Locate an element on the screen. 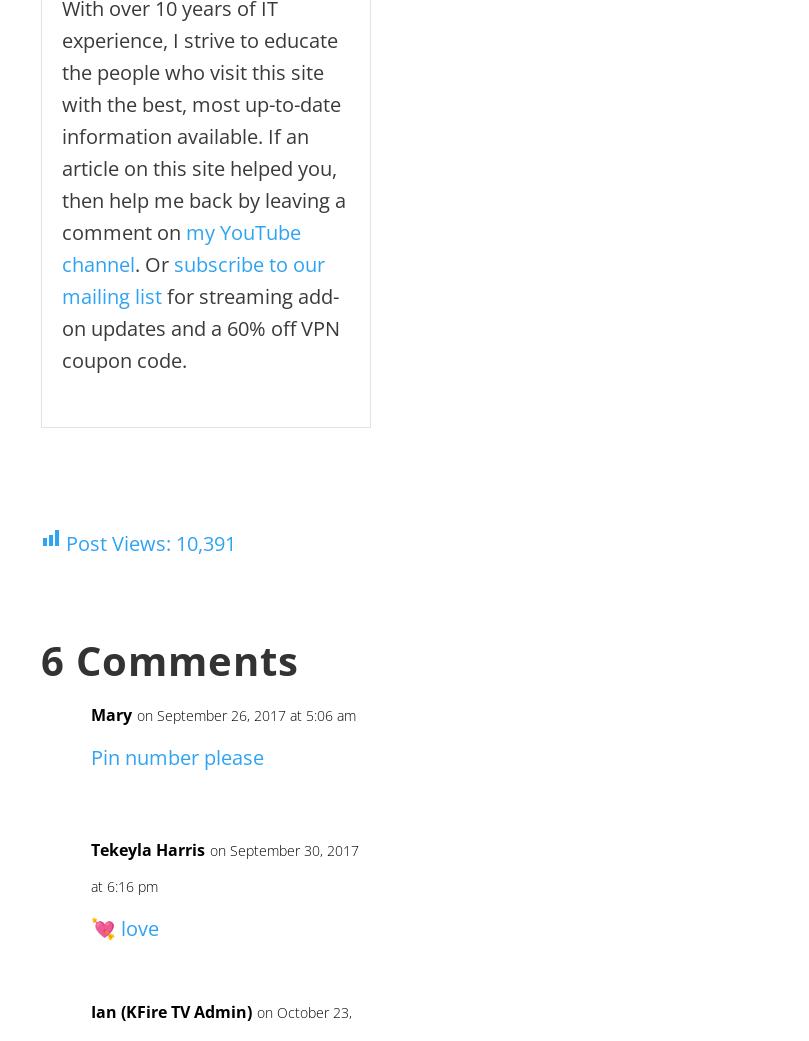 Image resolution: width=809 pixels, height=1041 pixels. 'Post Views:' is located at coordinates (118, 543).